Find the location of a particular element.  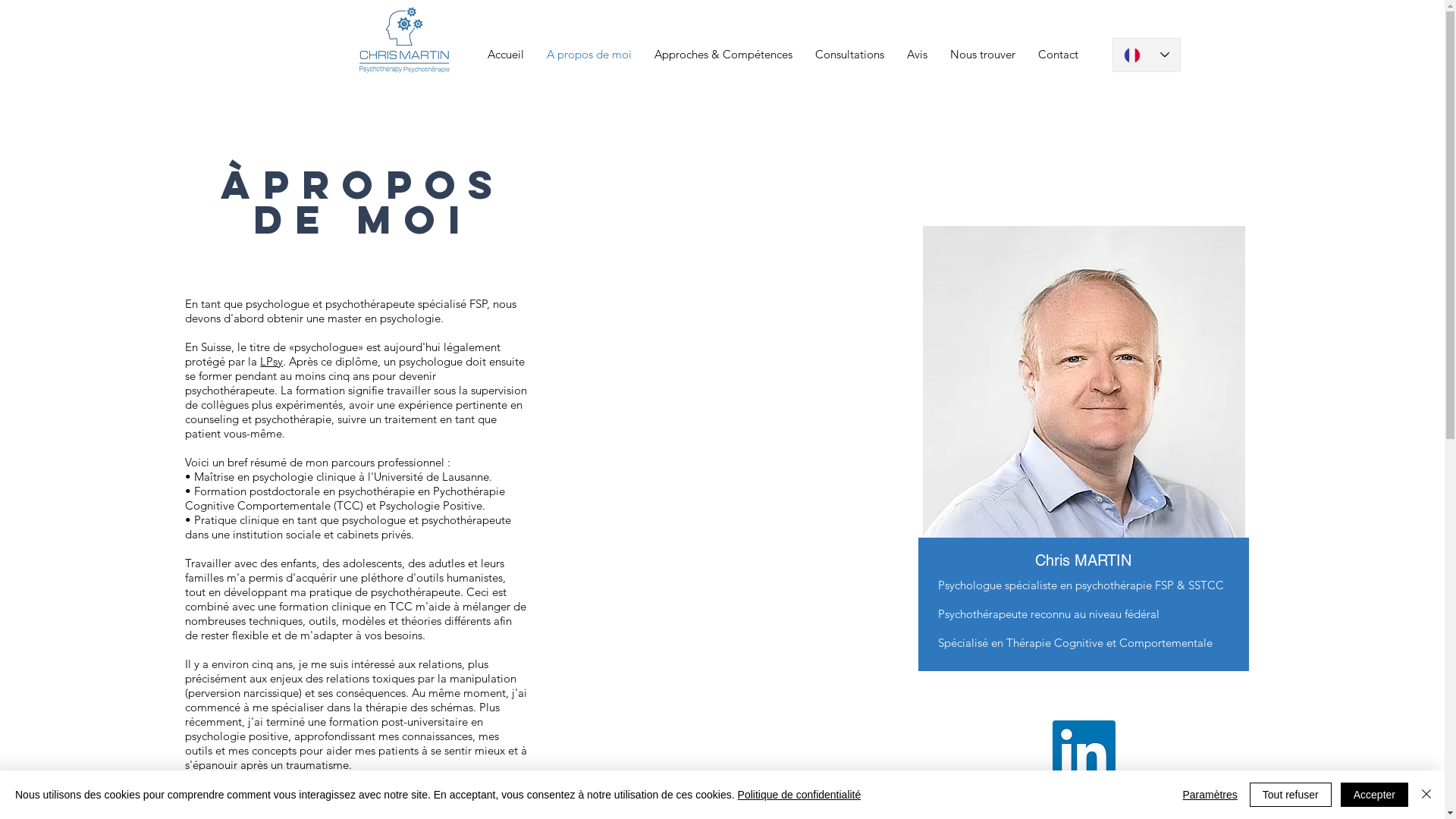

'A propos de moi' is located at coordinates (588, 54).